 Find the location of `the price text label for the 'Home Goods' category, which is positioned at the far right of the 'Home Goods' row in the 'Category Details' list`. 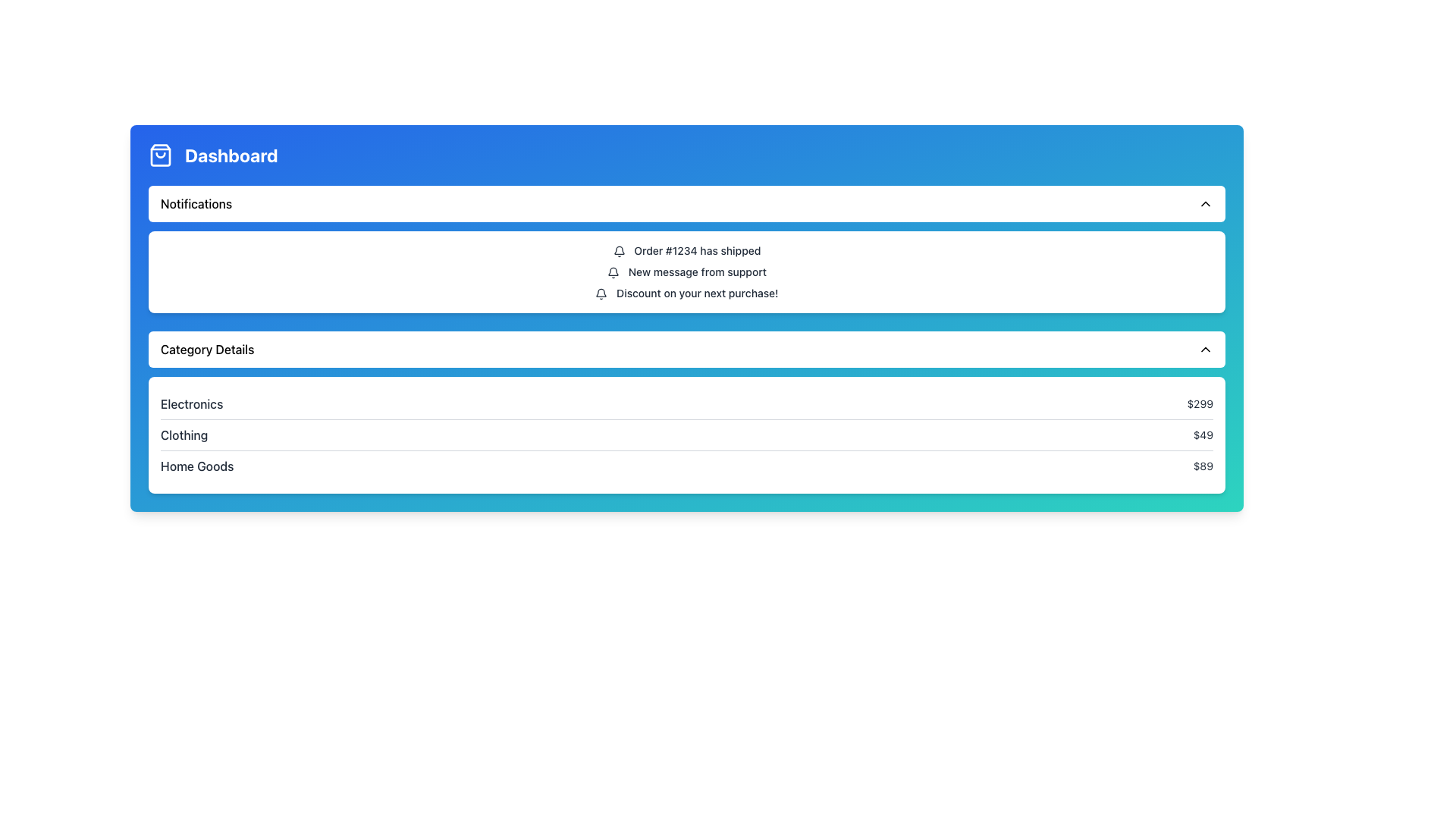

the price text label for the 'Home Goods' category, which is positioned at the far right of the 'Home Goods' row in the 'Category Details' list is located at coordinates (1202, 465).